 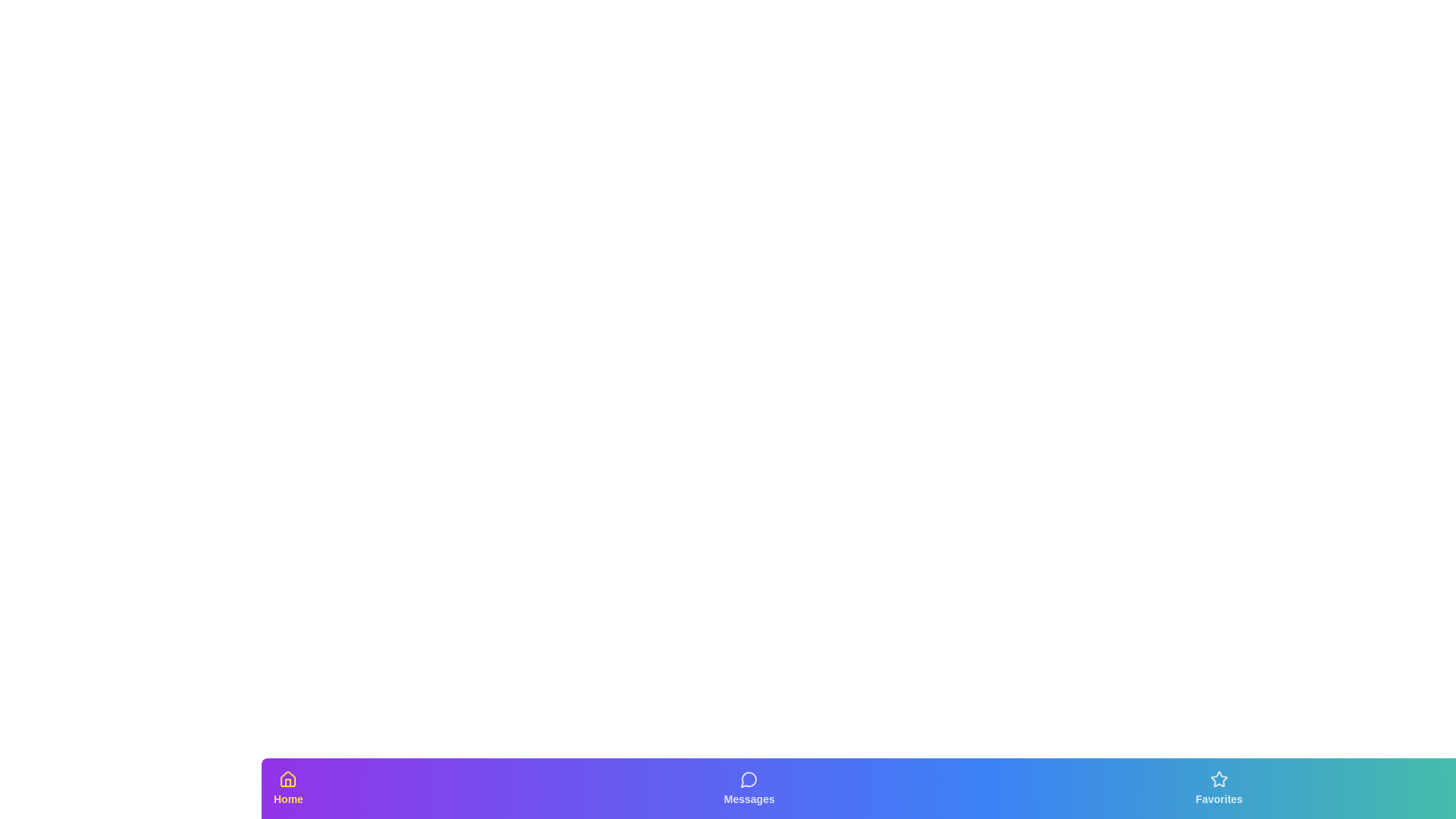 I want to click on the Messages tab in the bottom navigation bar, so click(x=749, y=788).